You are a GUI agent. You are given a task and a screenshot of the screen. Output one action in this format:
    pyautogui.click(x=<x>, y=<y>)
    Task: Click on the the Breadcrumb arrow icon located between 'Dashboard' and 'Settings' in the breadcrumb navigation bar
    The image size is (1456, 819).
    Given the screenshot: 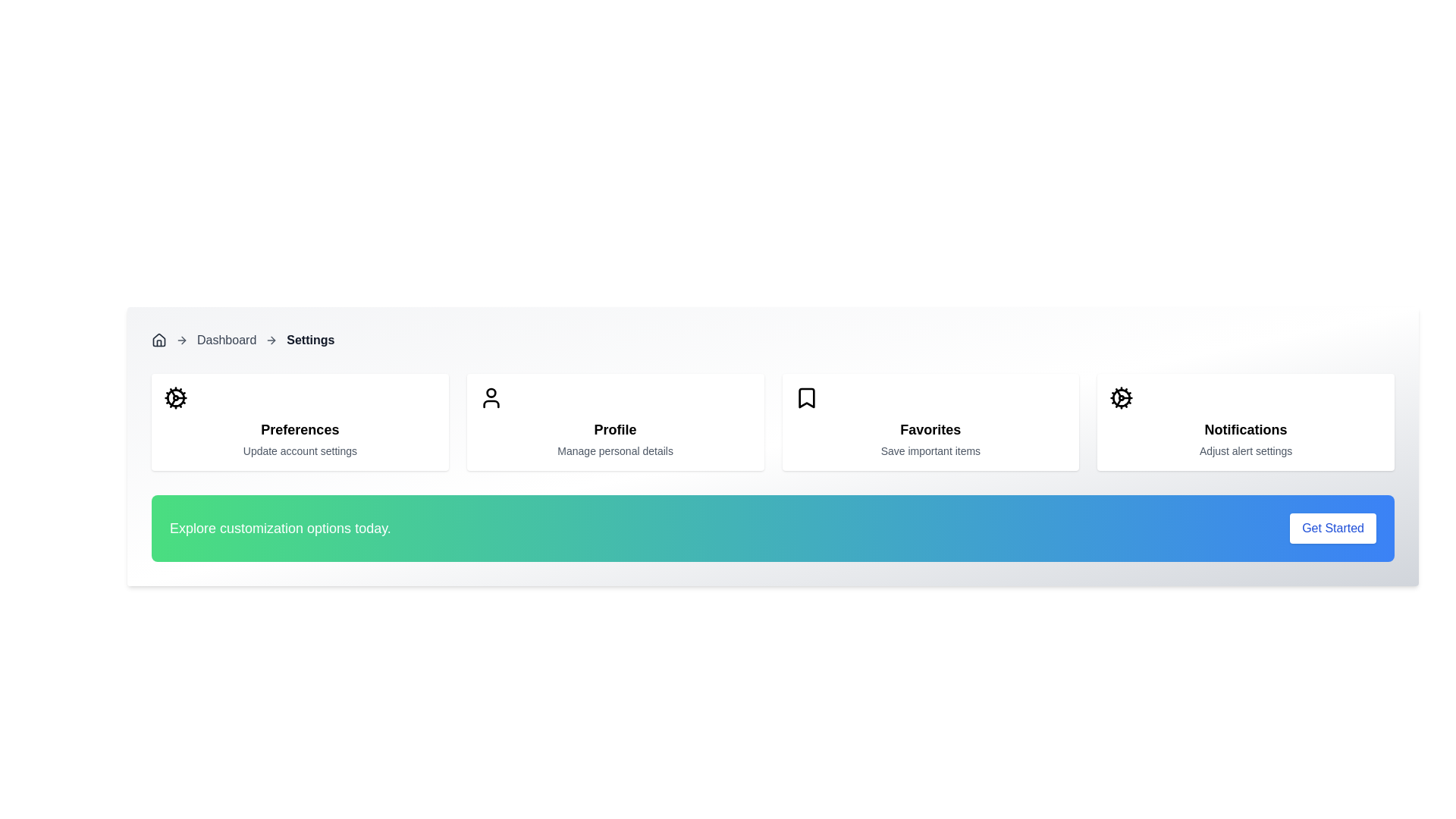 What is the action you would take?
    pyautogui.click(x=183, y=339)
    